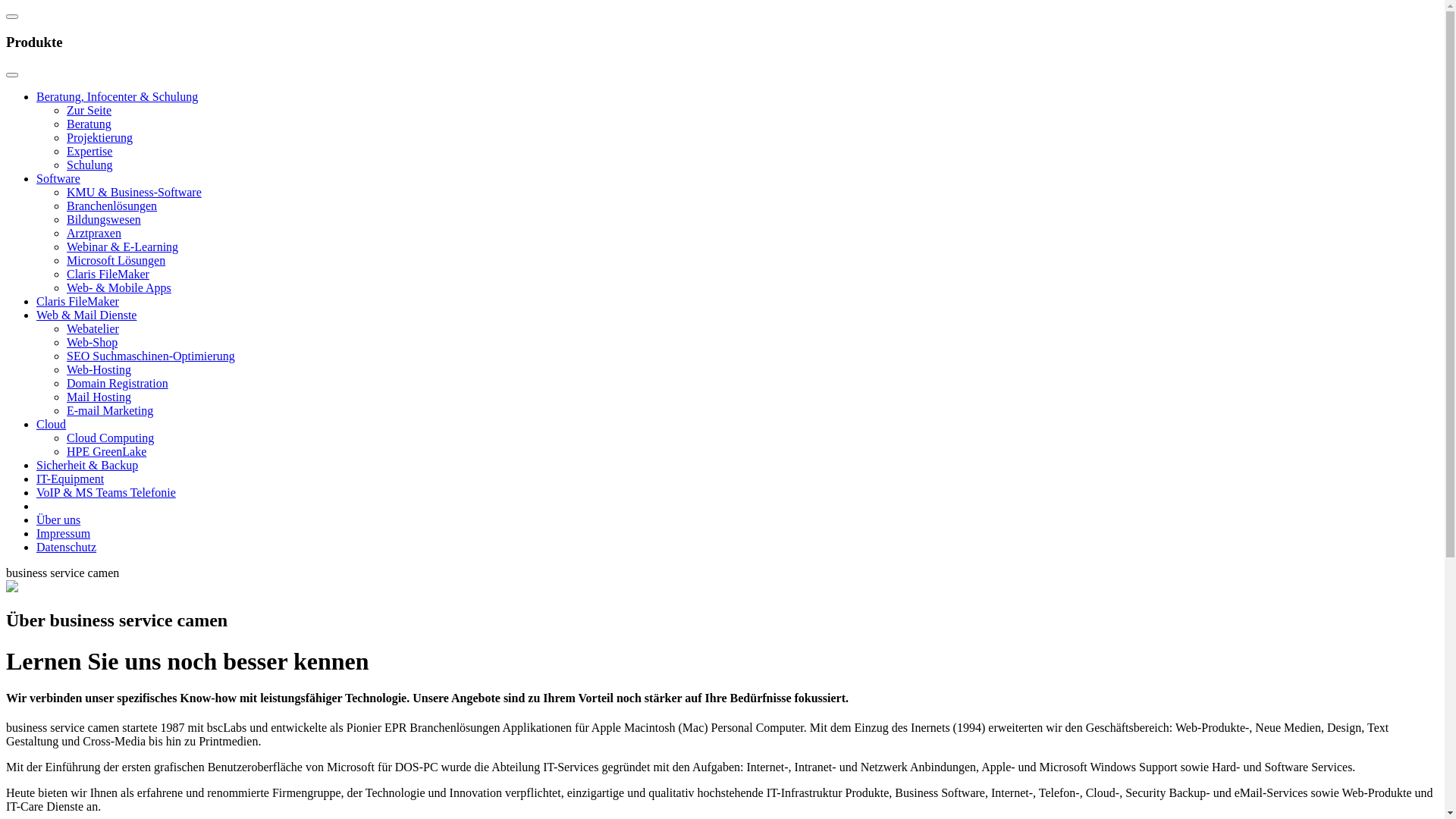 Image resolution: width=1456 pixels, height=819 pixels. Describe the element at coordinates (122, 246) in the screenshot. I see `'Webinar & E-Learning'` at that location.